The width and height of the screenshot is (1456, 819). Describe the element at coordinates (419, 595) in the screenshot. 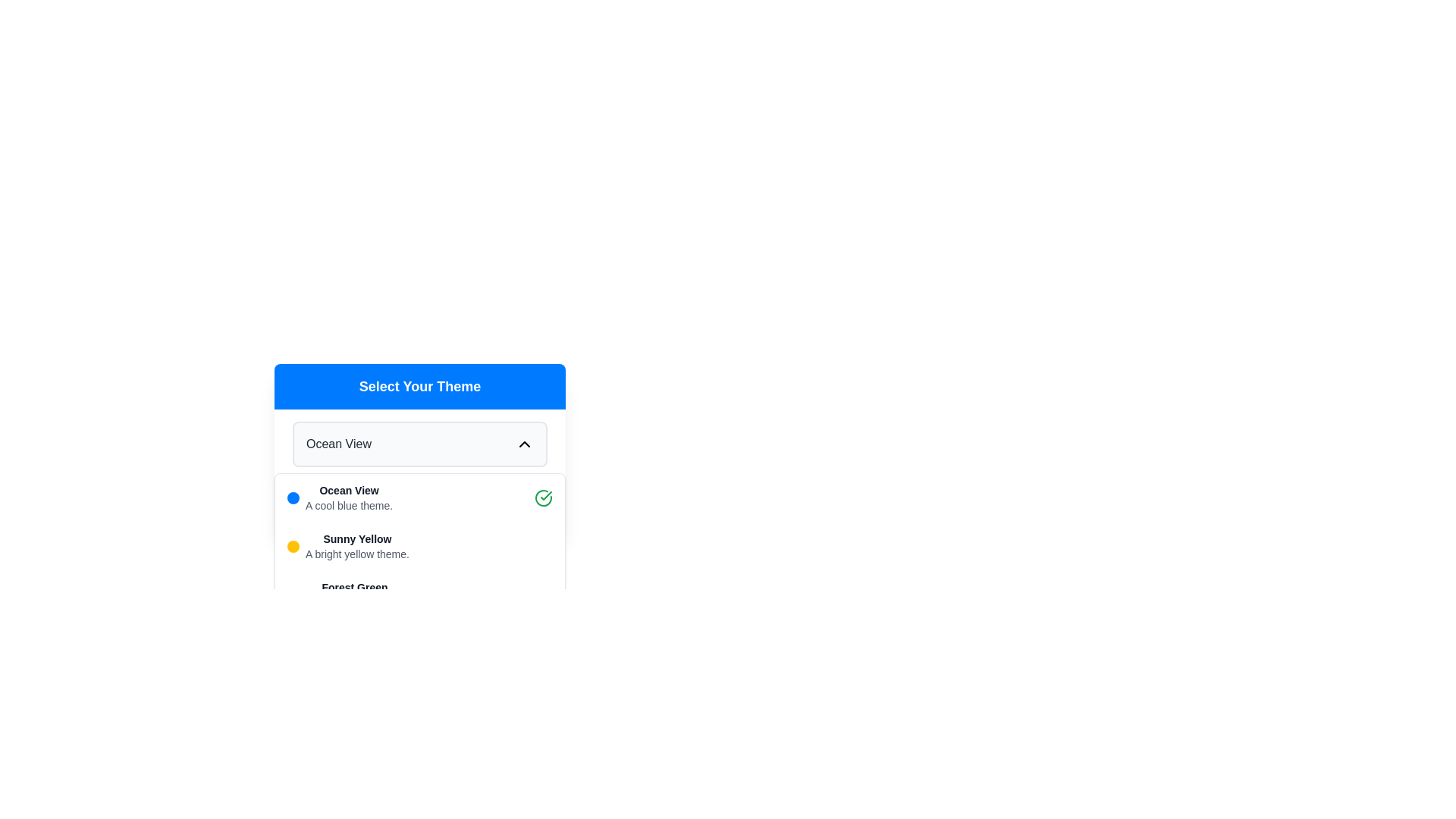

I see `the 'Forest Green' dropdown option, which is the third item in the dropdown list` at that location.